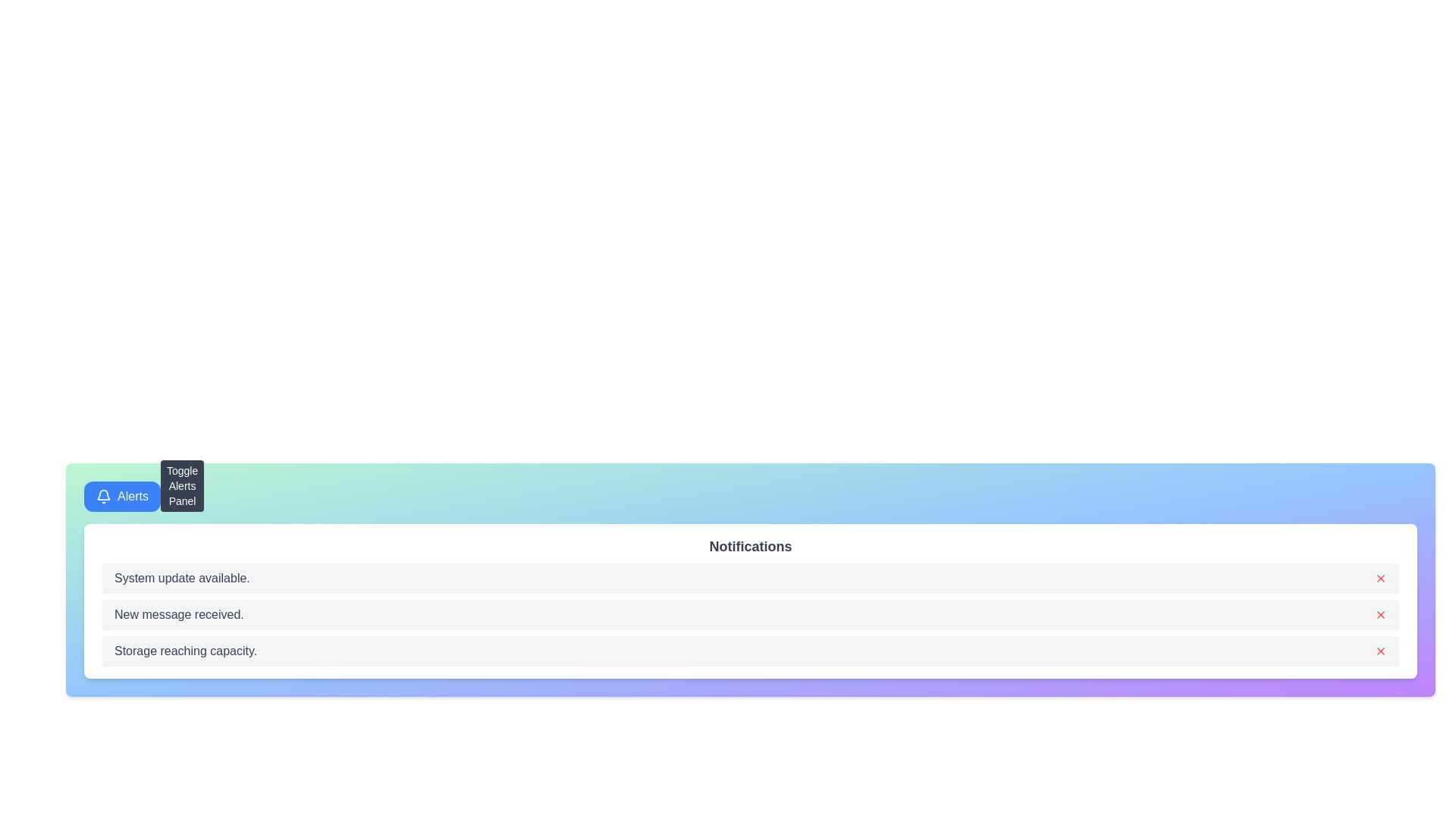 The width and height of the screenshot is (1456, 819). Describe the element at coordinates (122, 497) in the screenshot. I see `the button located at the top-left corner of the gradient-background panel` at that location.